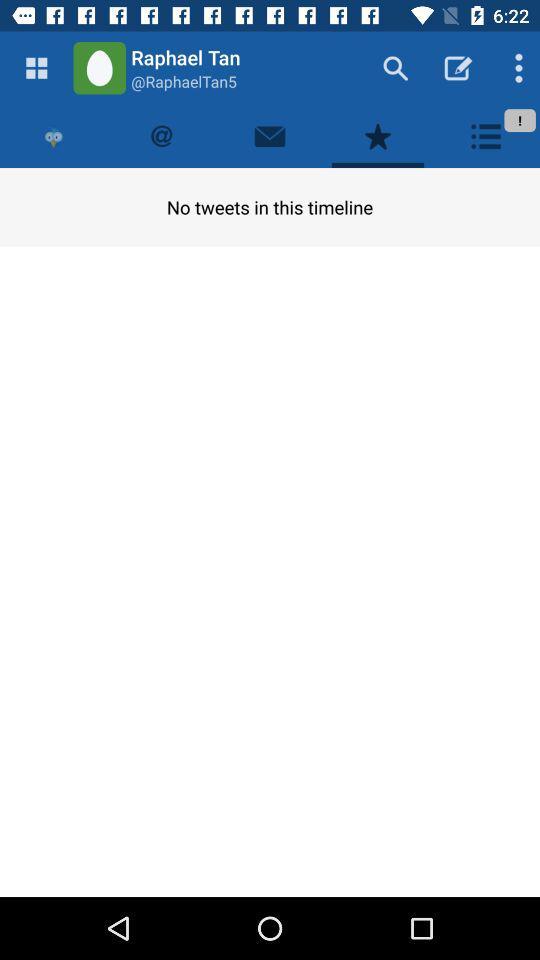 The height and width of the screenshot is (960, 540). I want to click on messages, so click(270, 135).